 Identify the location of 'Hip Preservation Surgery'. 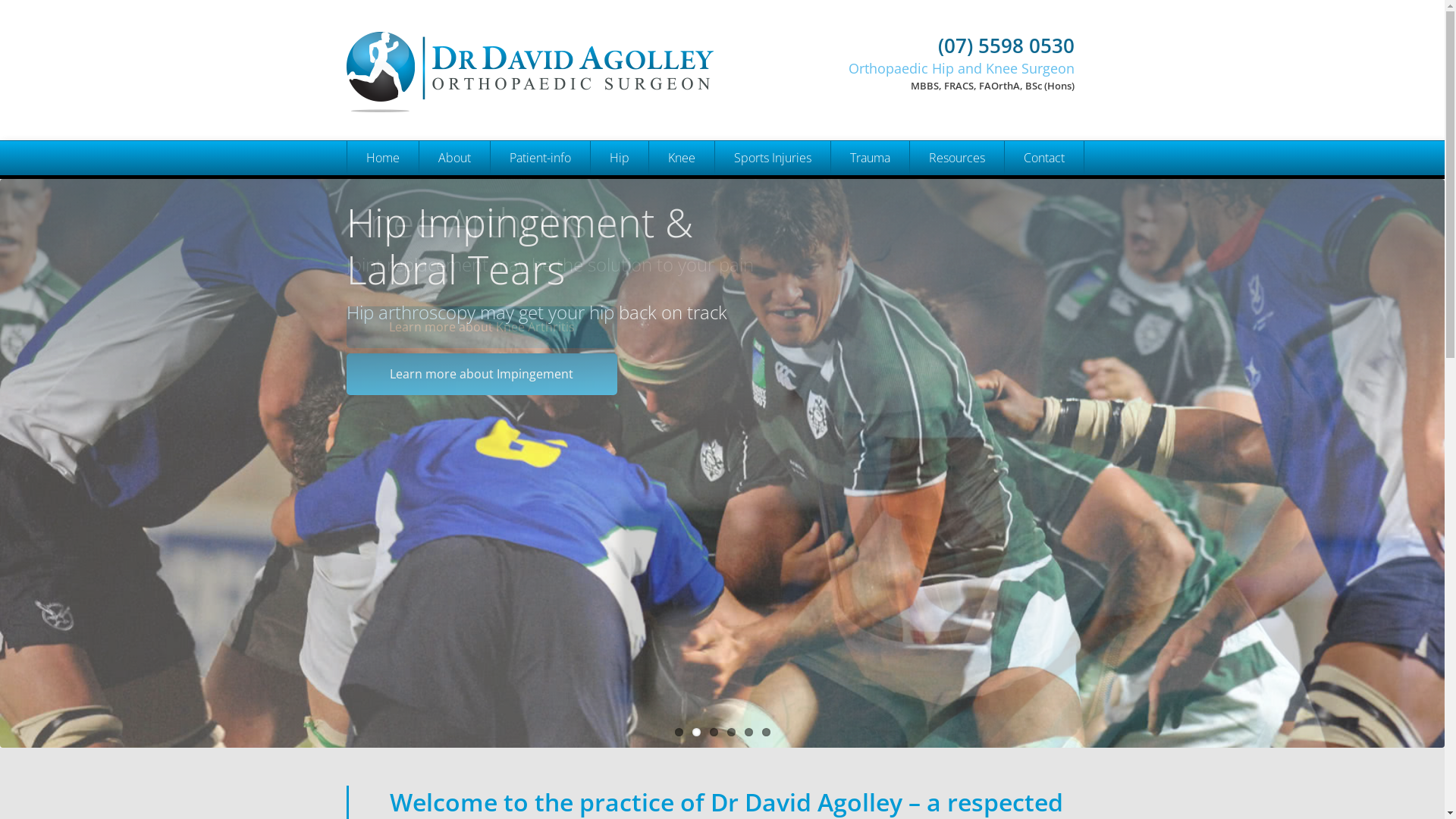
(619, 191).